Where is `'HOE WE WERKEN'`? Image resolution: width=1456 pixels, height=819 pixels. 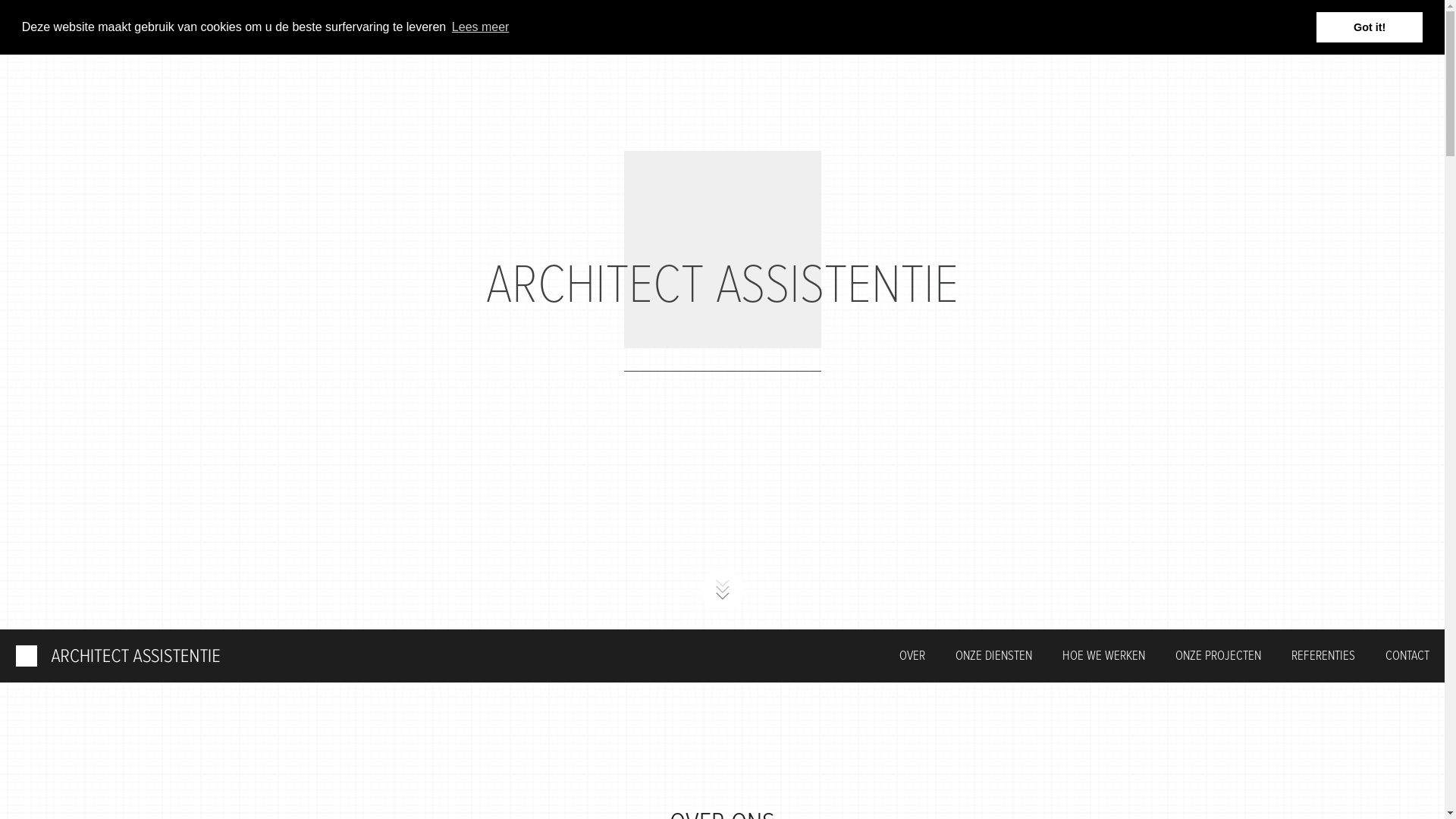
'HOE WE WERKEN' is located at coordinates (1103, 656).